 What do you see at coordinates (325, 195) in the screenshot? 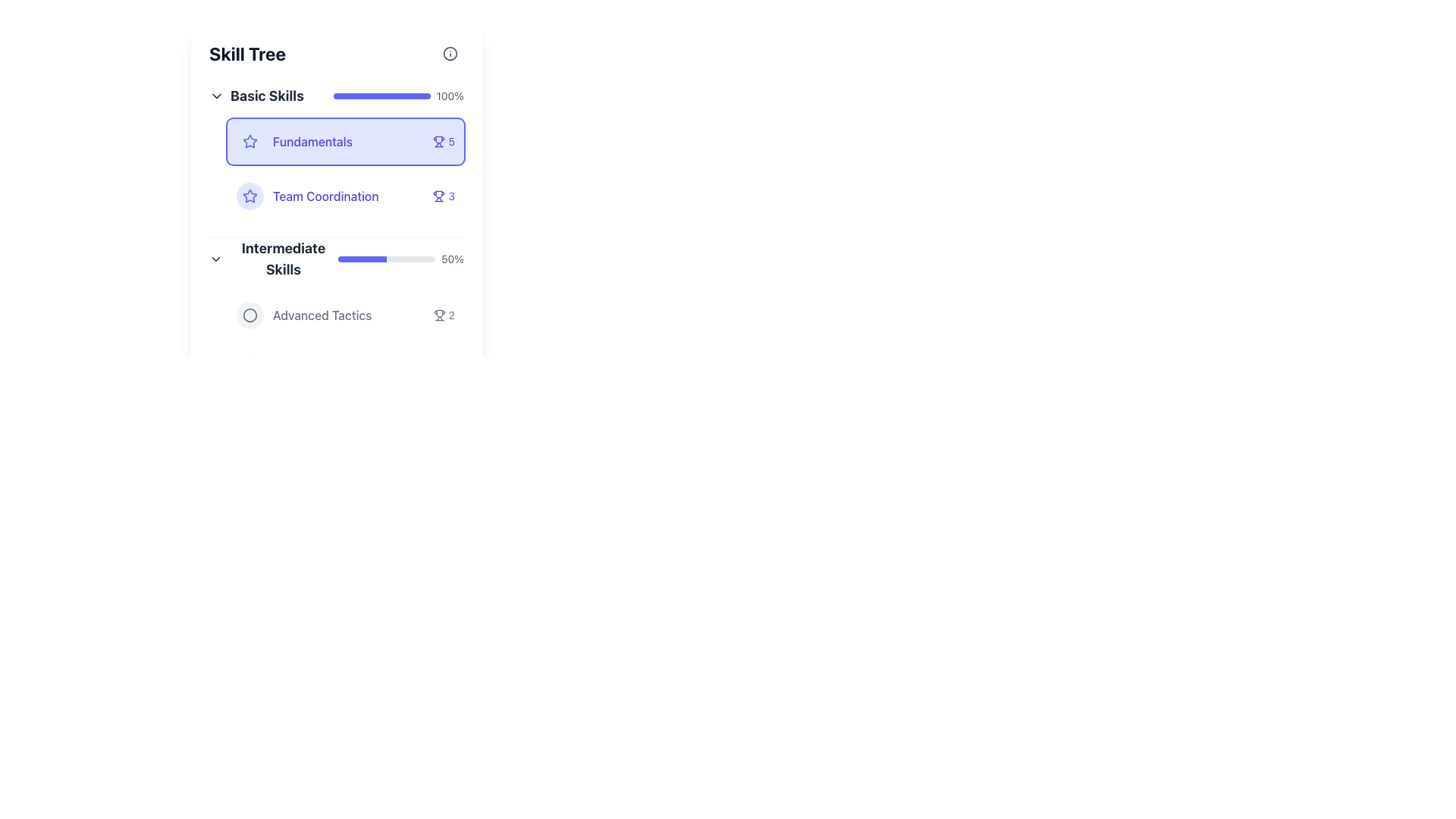
I see `the 'Team Coordination' text label, which is styled in medium-bold purple font and is positioned in the second item of the 'Basic Skills' section list, between a star icon and a numerical indicator` at bounding box center [325, 195].